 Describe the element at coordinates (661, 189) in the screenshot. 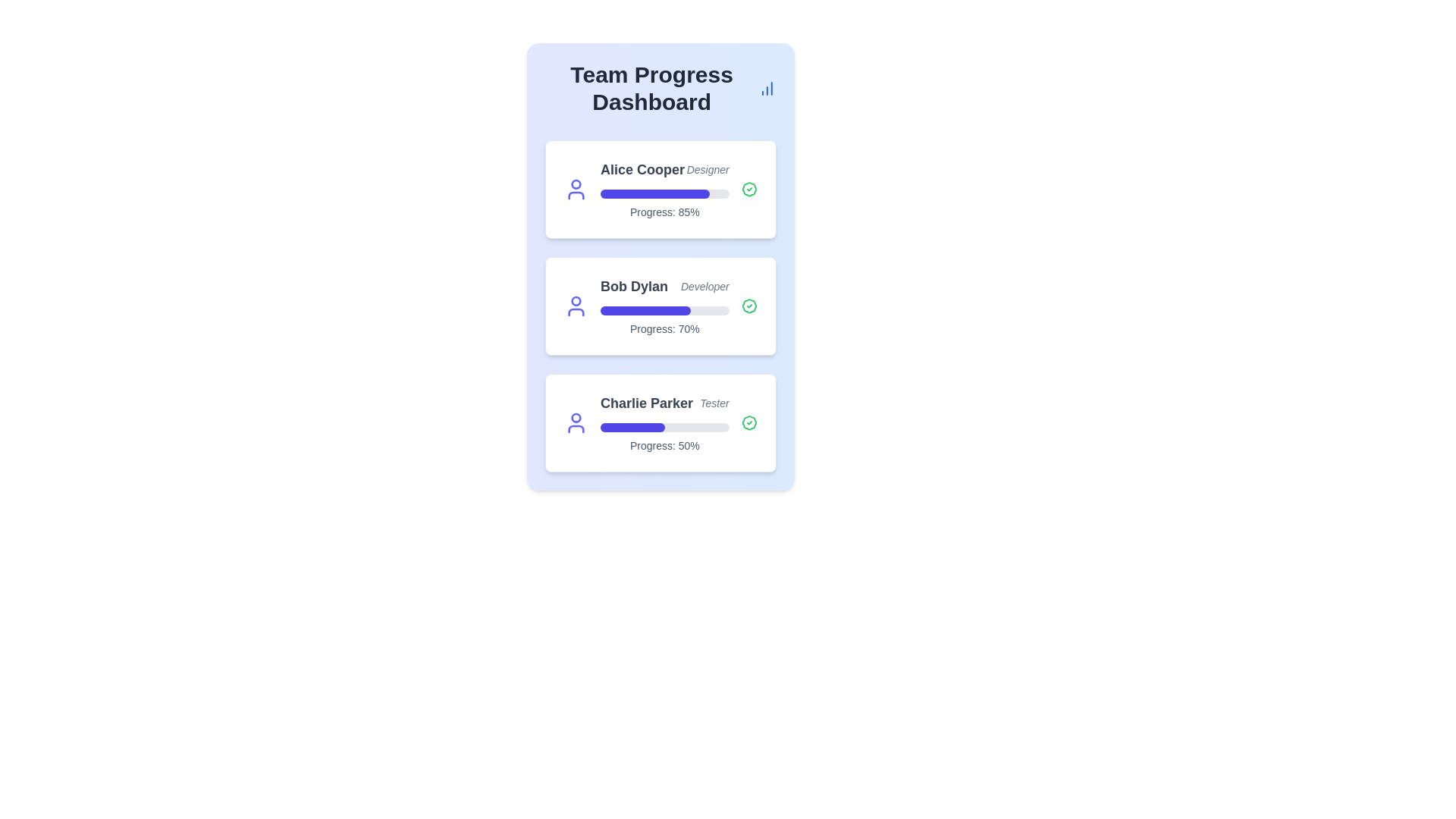

I see `the Data Card displaying information about 'Alice Cooper', which includes the name in bold, the role in italic, a progress bar filled to 85%, and a green checkmark icon on the right` at that location.